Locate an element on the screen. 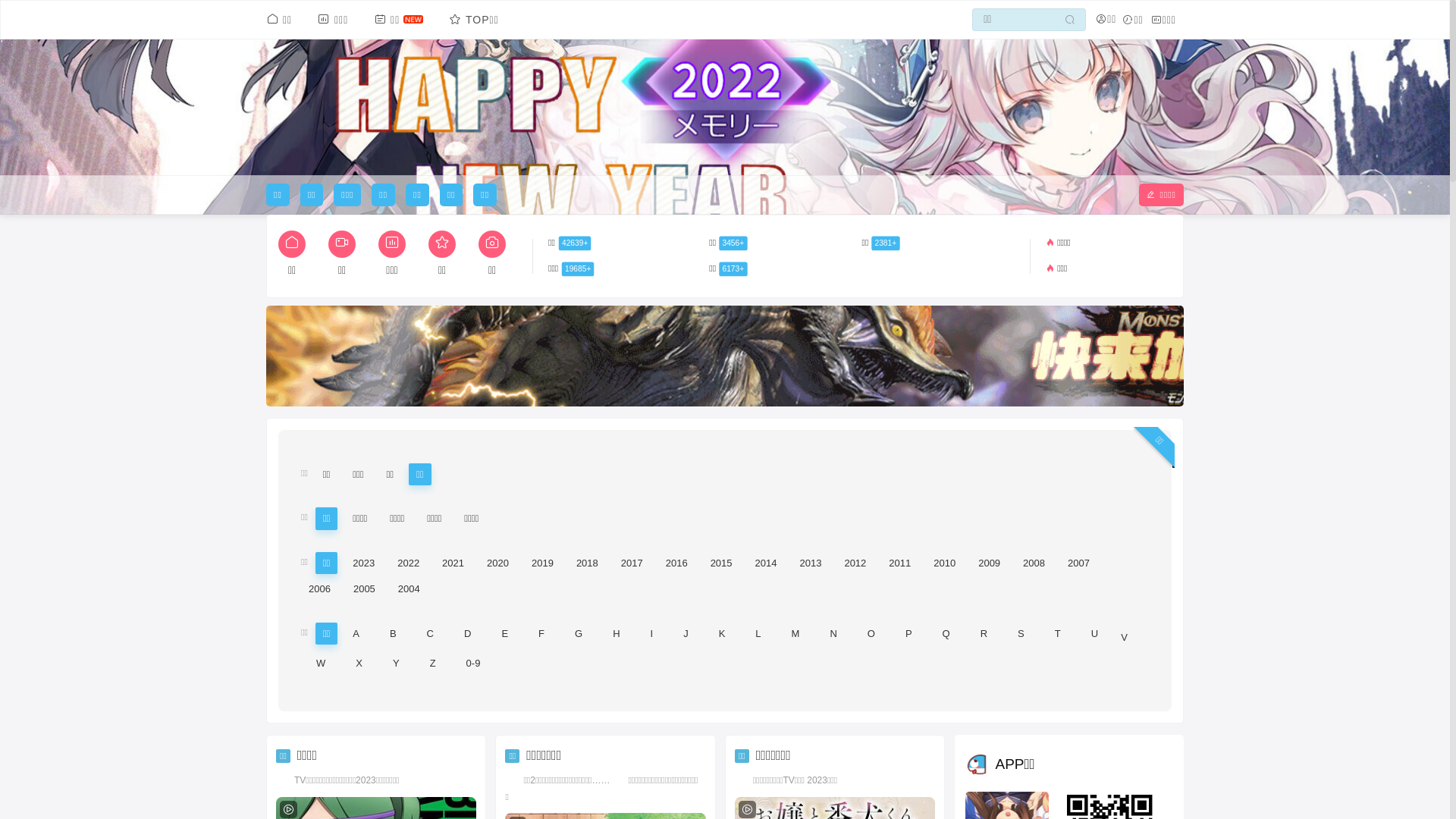 The width and height of the screenshot is (1456, 819). '2020' is located at coordinates (497, 563).